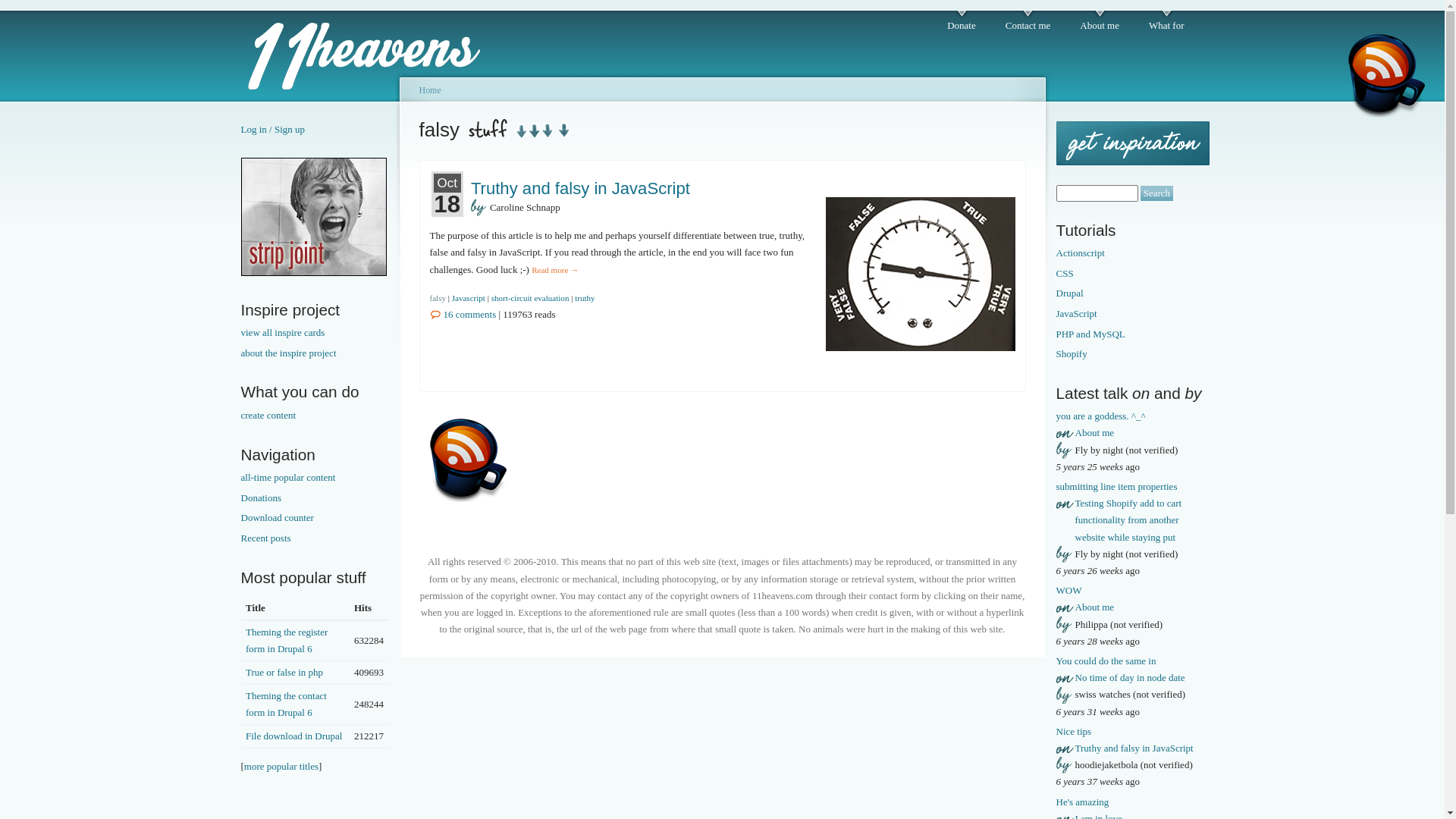 Image resolution: width=1456 pixels, height=819 pixels. I want to click on 'JavaScript', so click(1055, 312).